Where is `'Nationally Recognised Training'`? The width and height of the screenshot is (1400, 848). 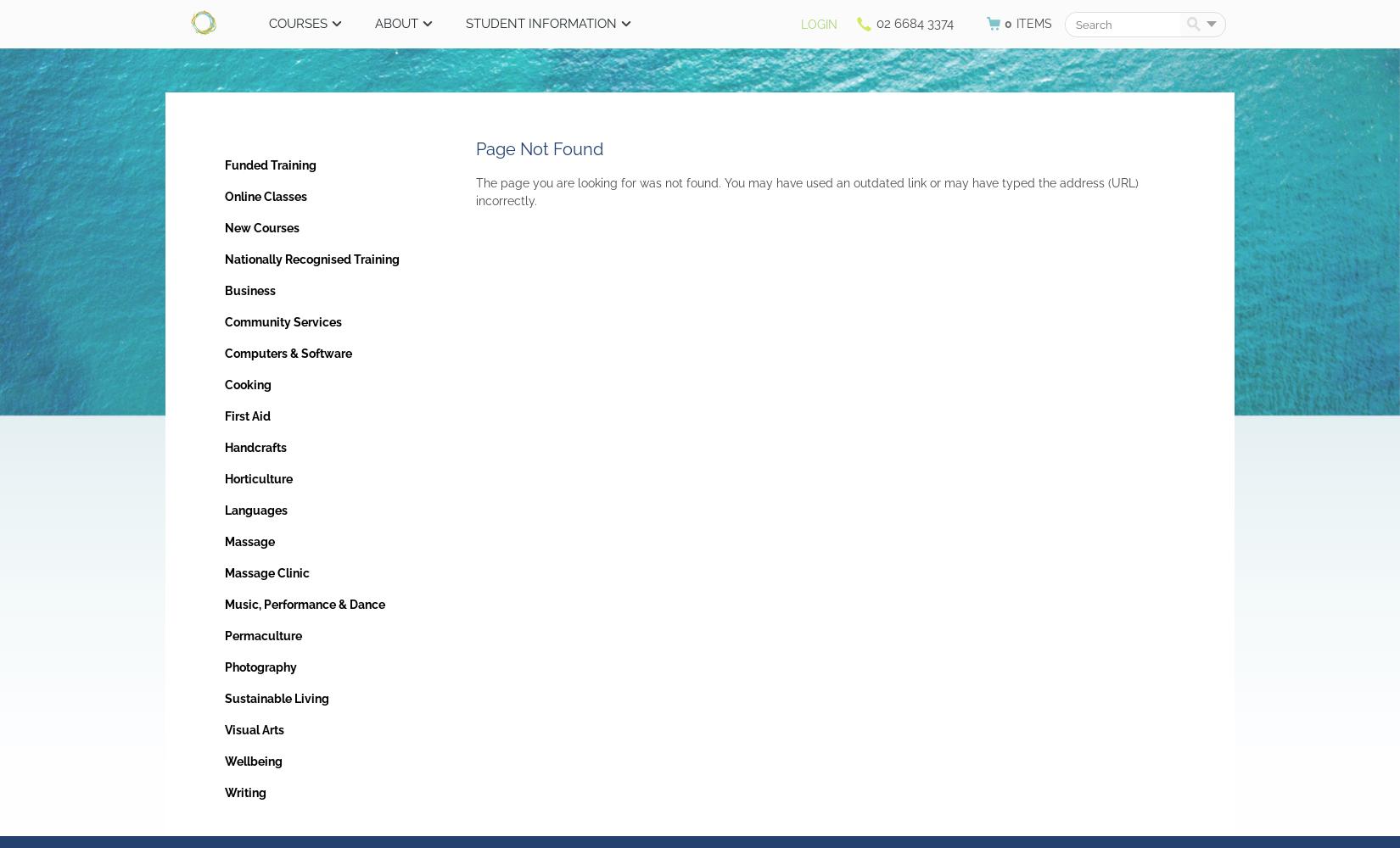
'Nationally Recognised Training' is located at coordinates (311, 259).